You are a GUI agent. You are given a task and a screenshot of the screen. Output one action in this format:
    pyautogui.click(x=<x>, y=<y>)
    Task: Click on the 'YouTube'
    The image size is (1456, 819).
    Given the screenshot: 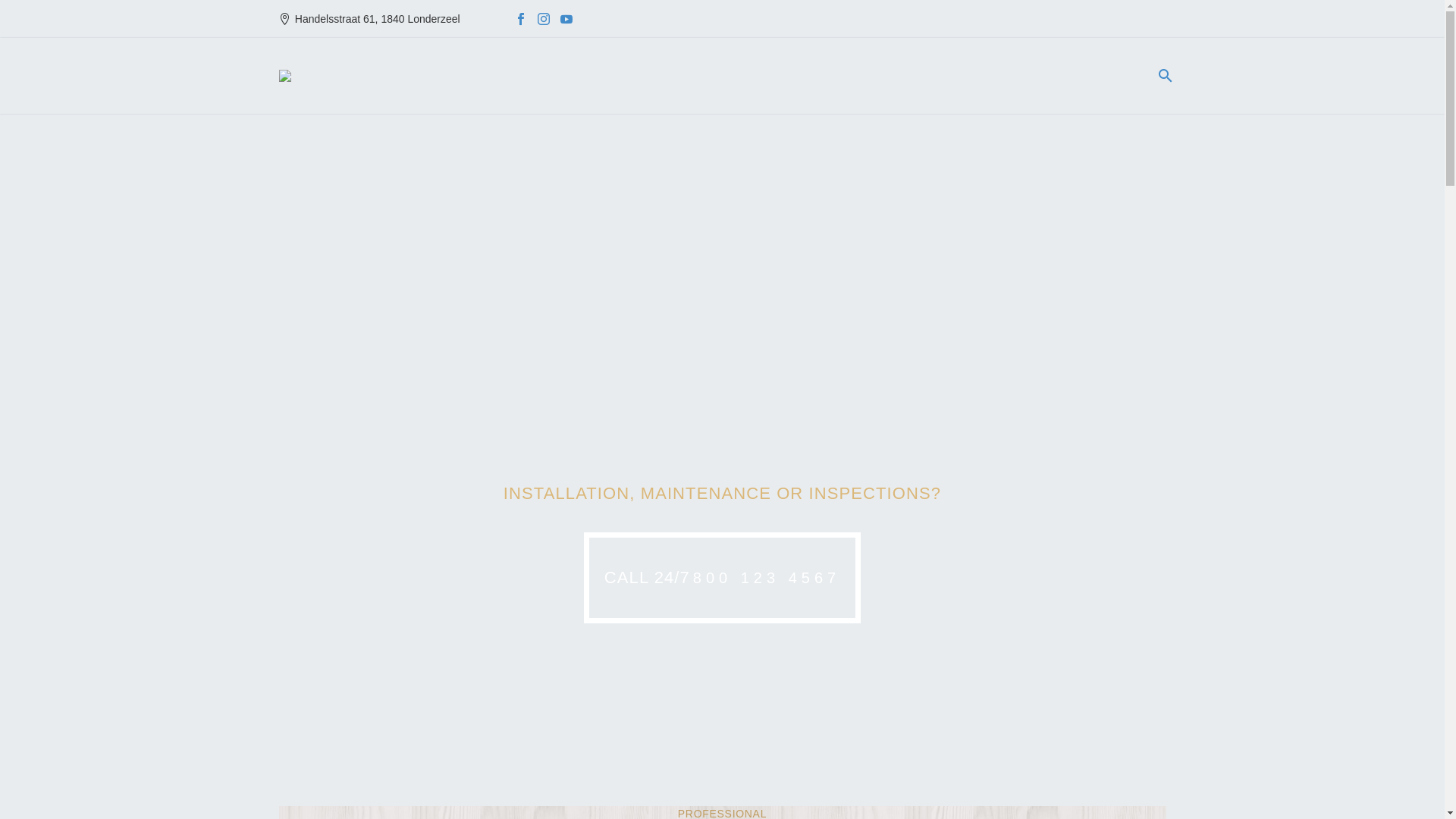 What is the action you would take?
    pyautogui.click(x=554, y=18)
    